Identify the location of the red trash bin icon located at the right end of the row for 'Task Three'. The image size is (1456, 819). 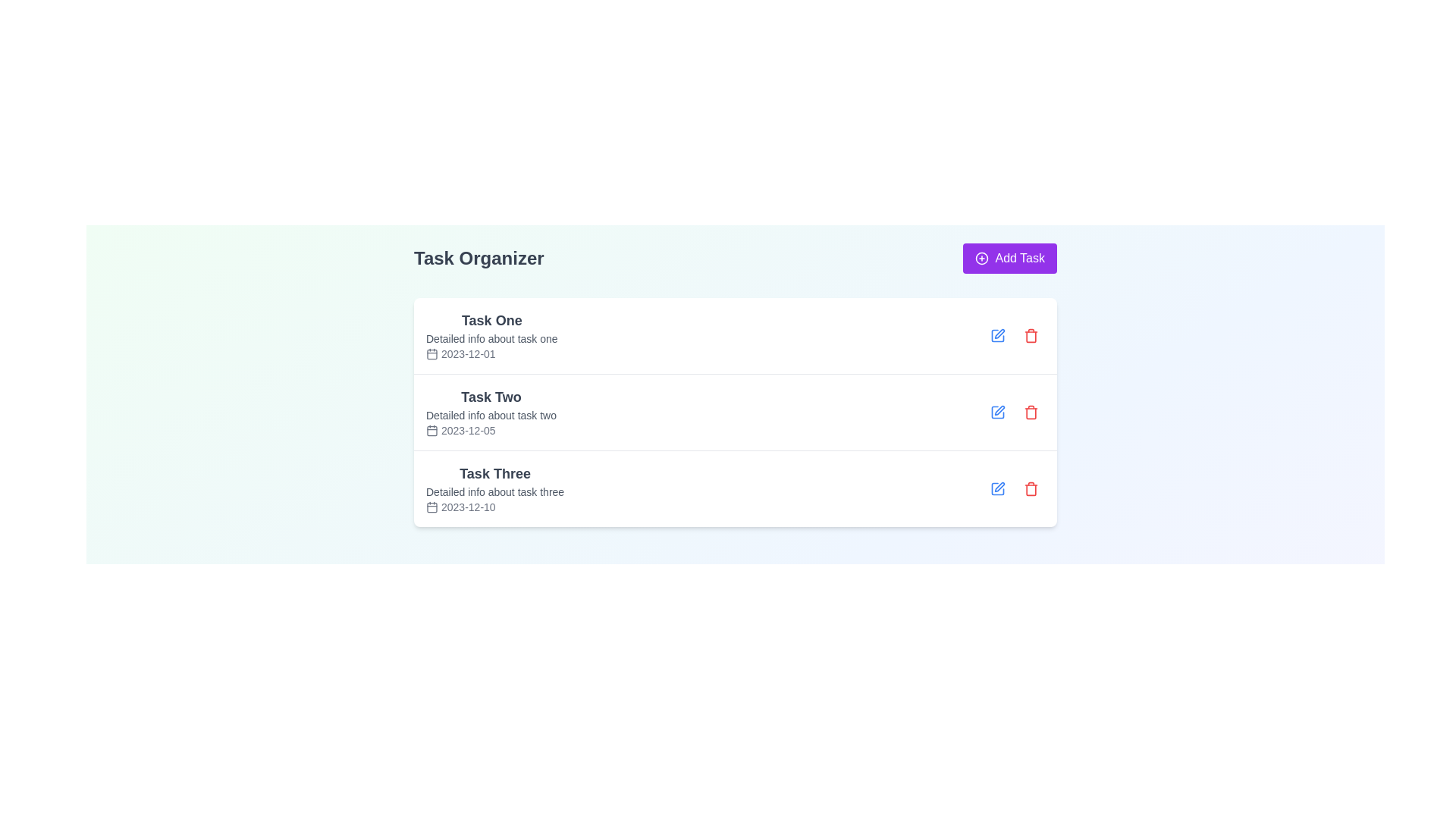
(1031, 488).